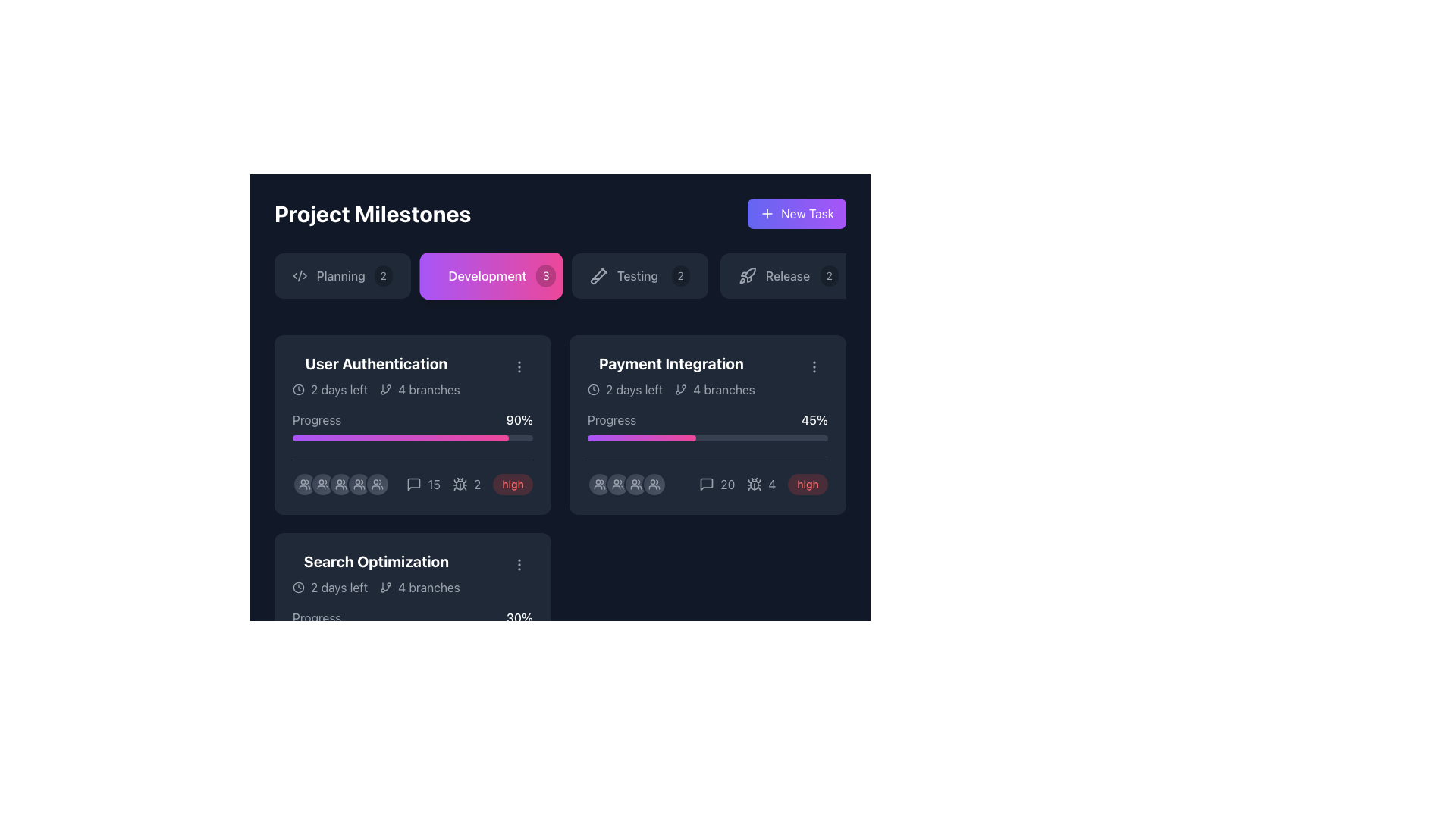 This screenshot has height=819, width=1456. I want to click on the display of the SVG Icon indicating a messaging or comment feature located at the top center of the 'Payment Integration' task card, so click(706, 485).